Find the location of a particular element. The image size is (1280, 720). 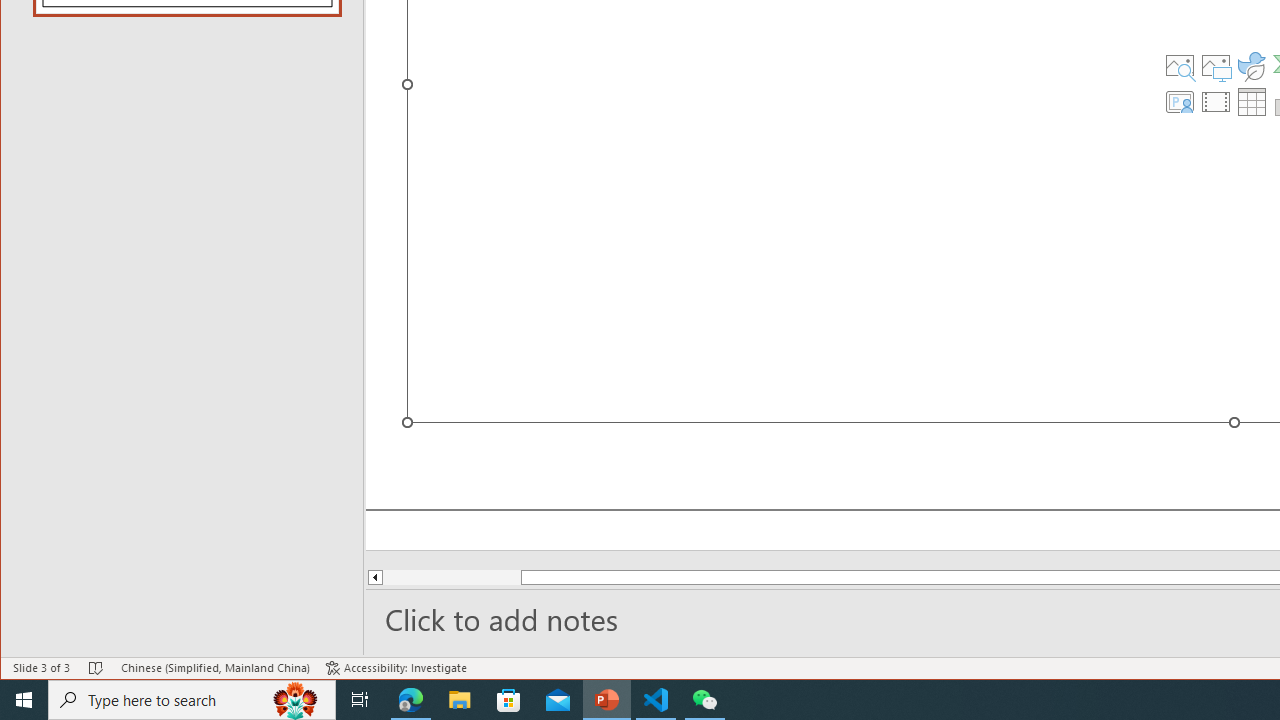

'Task View' is located at coordinates (359, 698).